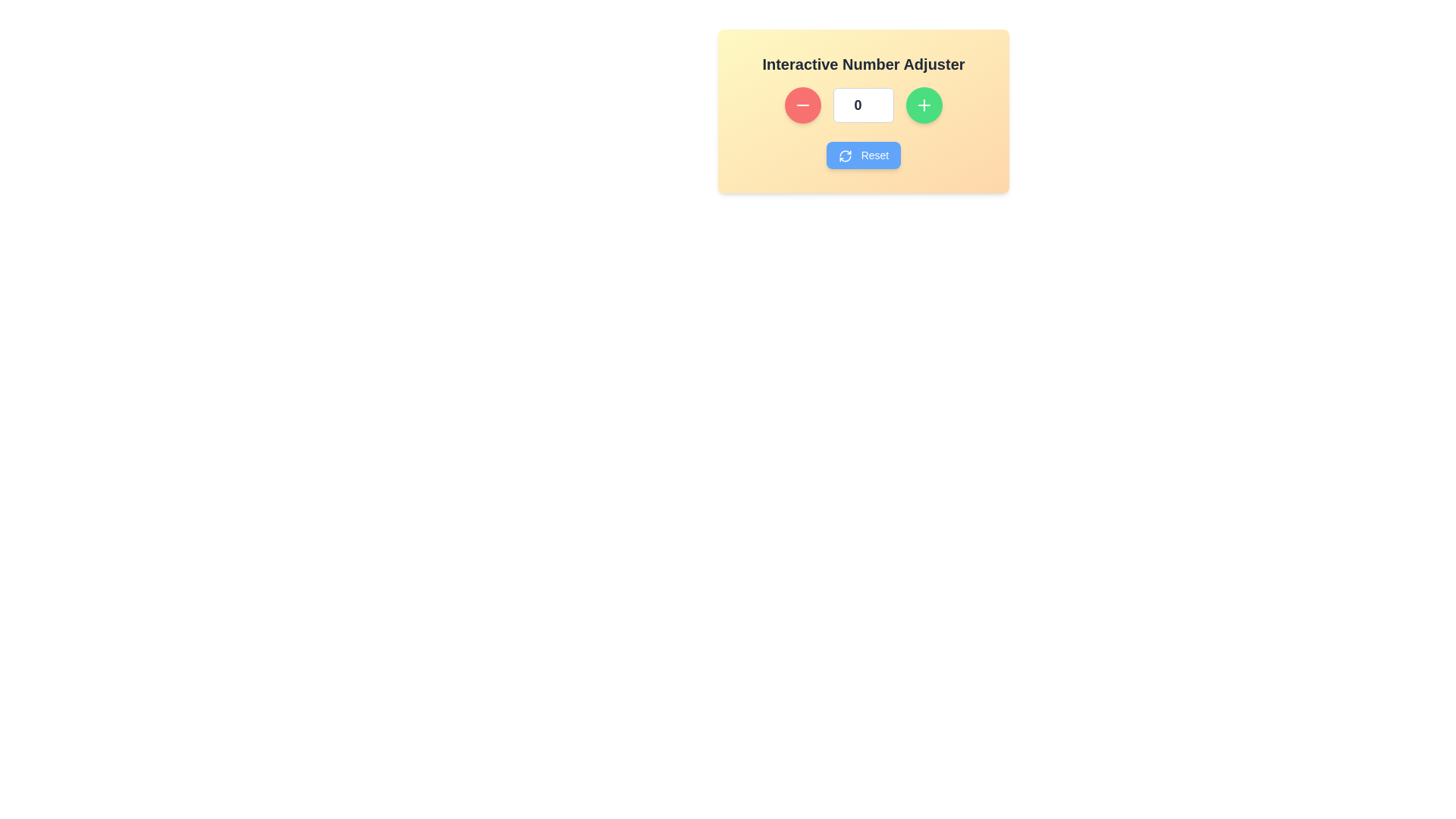 The height and width of the screenshot is (819, 1456). I want to click on the reset button located beneath the plus and minus controls and the number display, so click(863, 155).